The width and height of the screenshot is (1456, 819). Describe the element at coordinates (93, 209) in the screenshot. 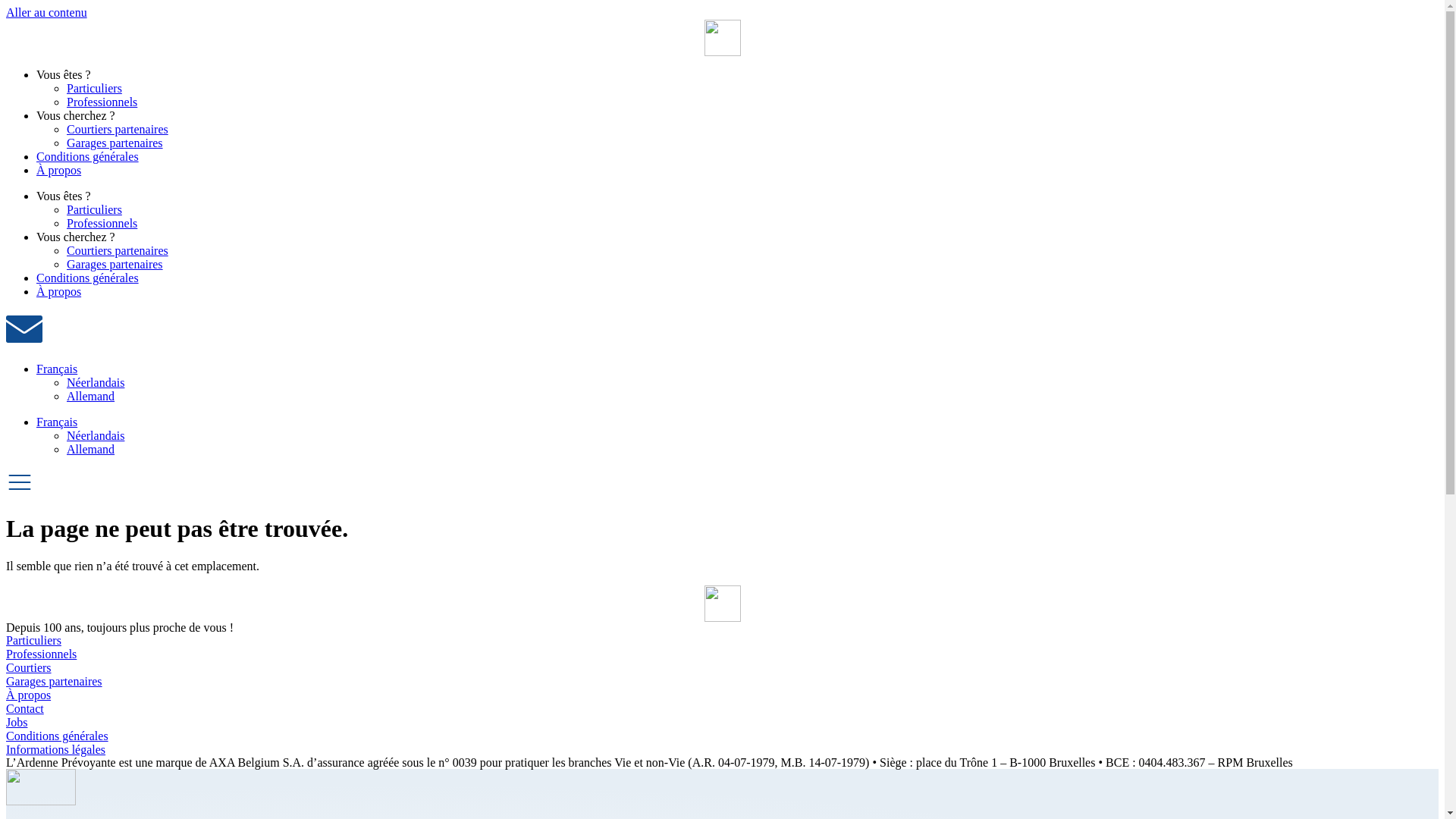

I see `'Particuliers'` at that location.